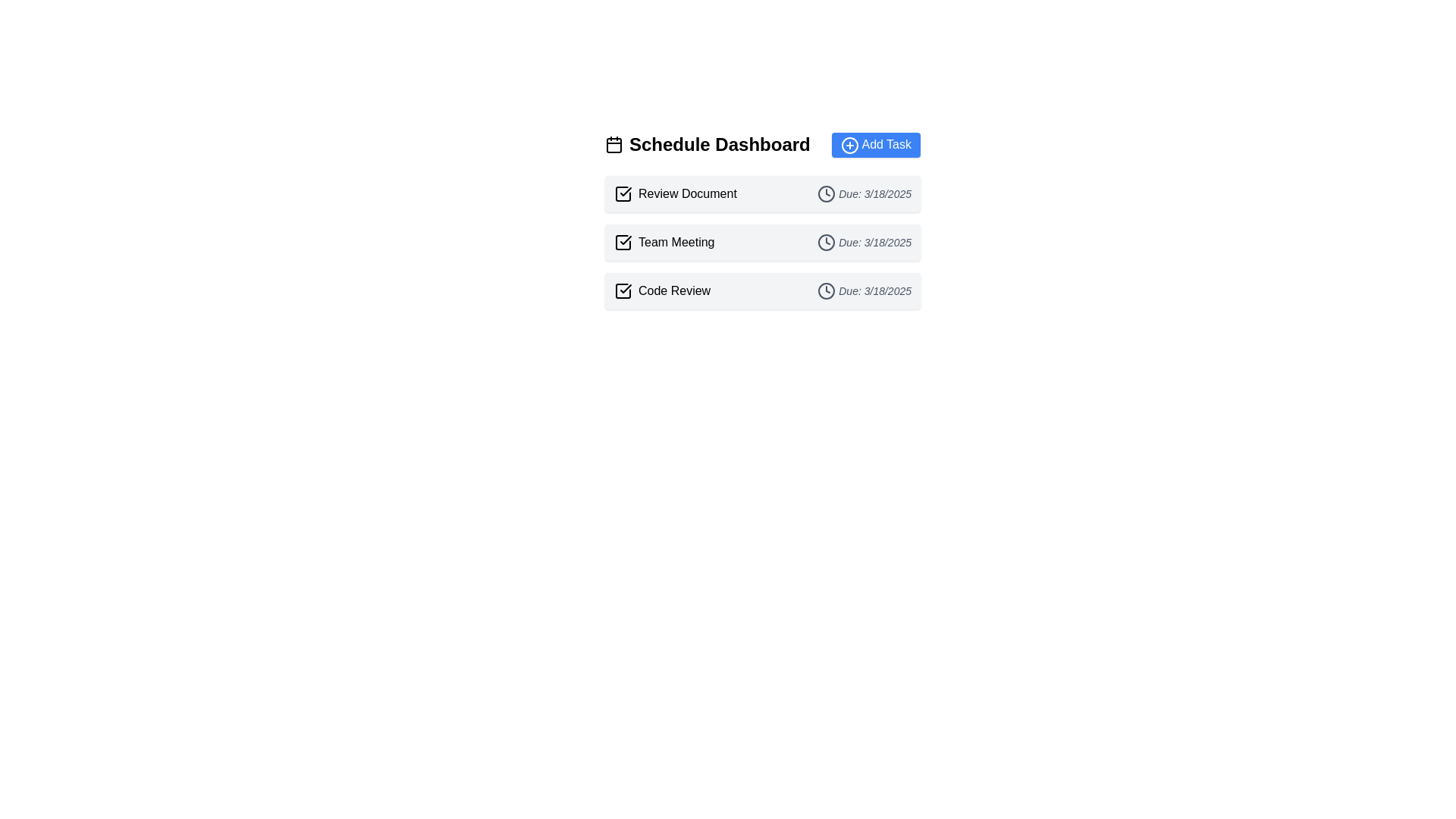  Describe the element at coordinates (849, 145) in the screenshot. I see `the SVG Circle that represents the 'Add Task' icon located in the top-right corner of the interface adjacent to the 'Schedule Dashboard' title` at that location.